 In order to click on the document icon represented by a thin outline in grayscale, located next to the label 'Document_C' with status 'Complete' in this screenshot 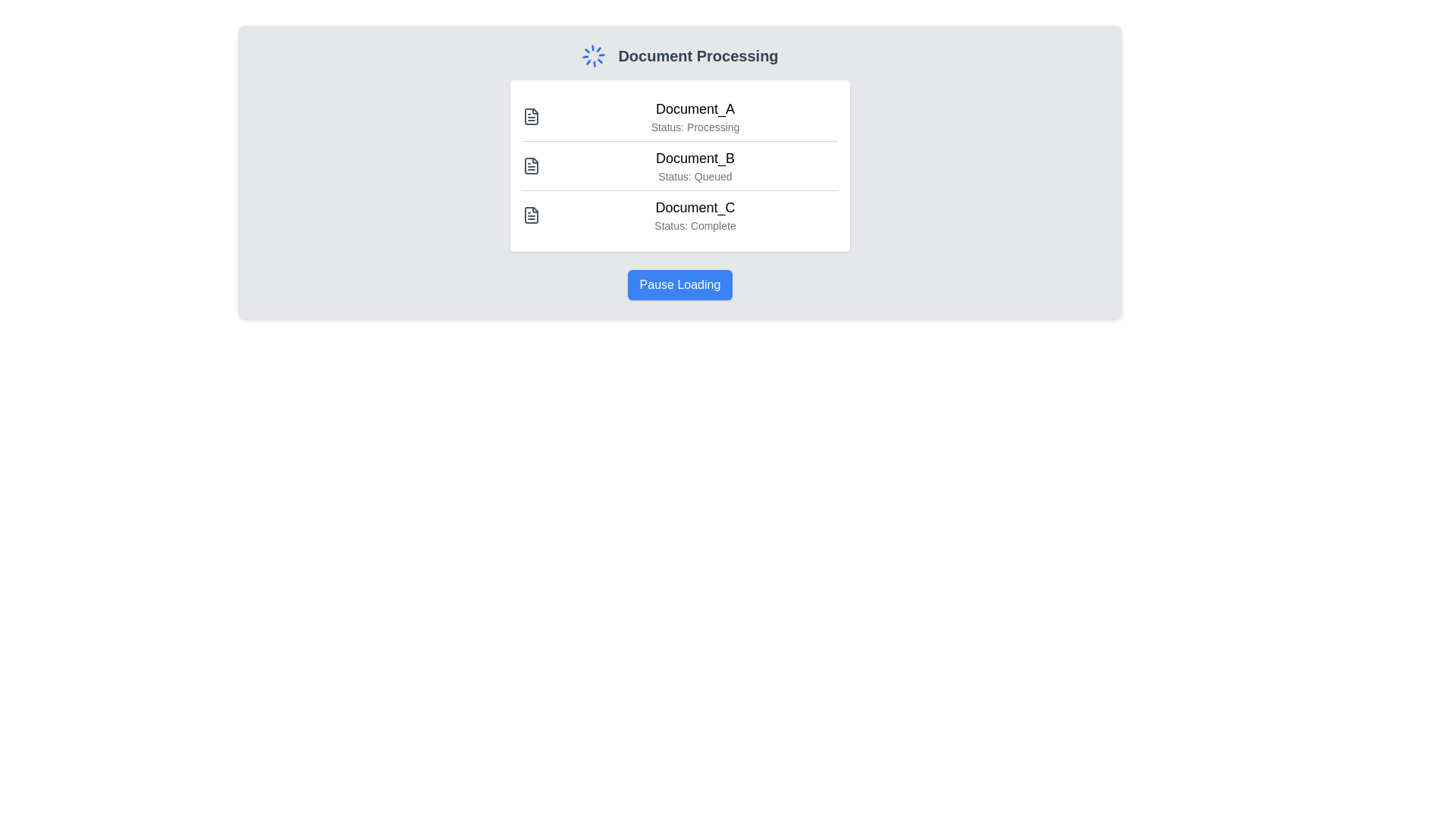, I will do `click(531, 215)`.